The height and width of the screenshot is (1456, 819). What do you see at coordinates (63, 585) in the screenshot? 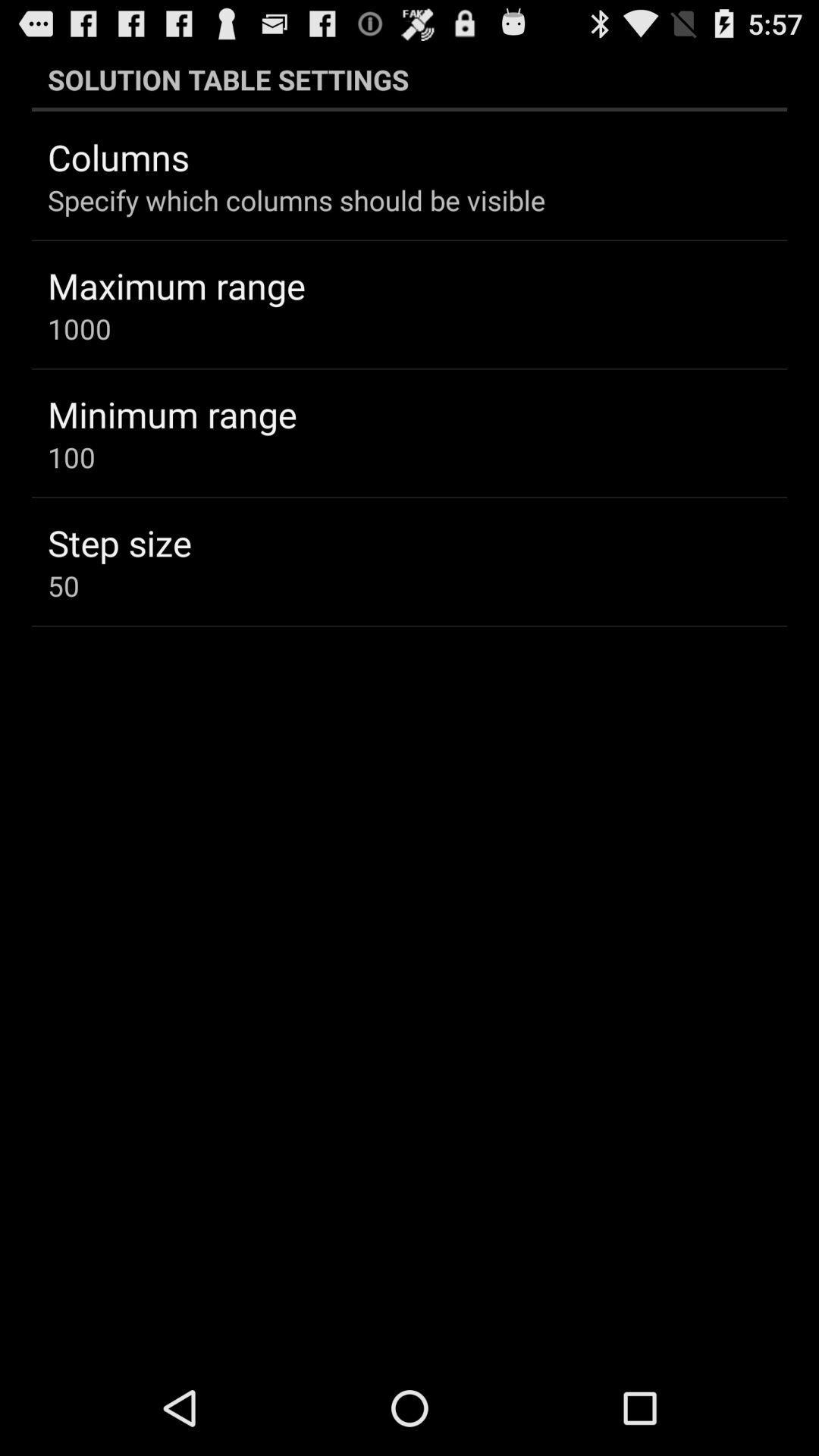
I see `the 50 app` at bounding box center [63, 585].